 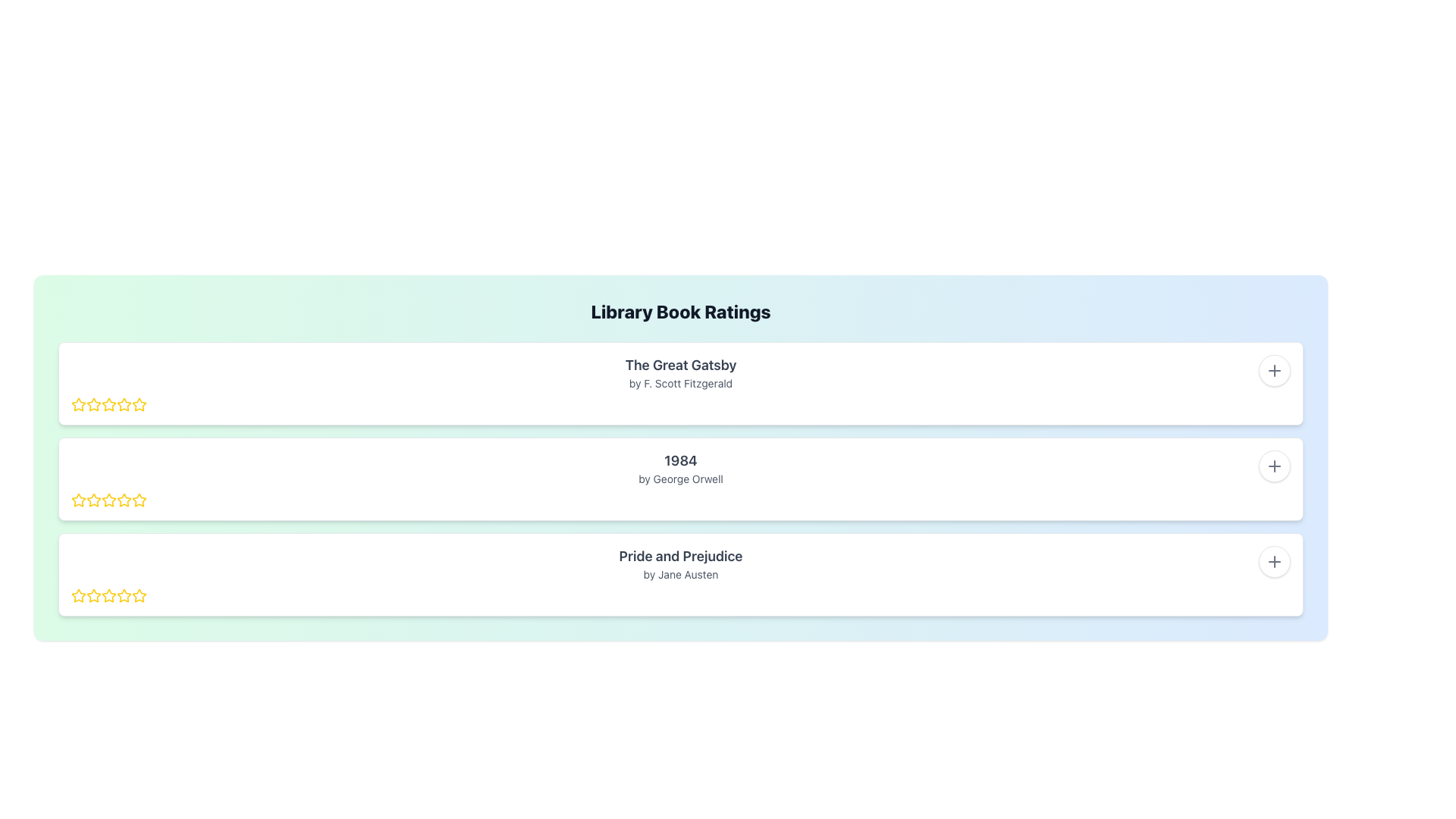 What do you see at coordinates (93, 595) in the screenshot?
I see `the third star icon representing a rating option for the book 'Pride and Prejudice'` at bounding box center [93, 595].